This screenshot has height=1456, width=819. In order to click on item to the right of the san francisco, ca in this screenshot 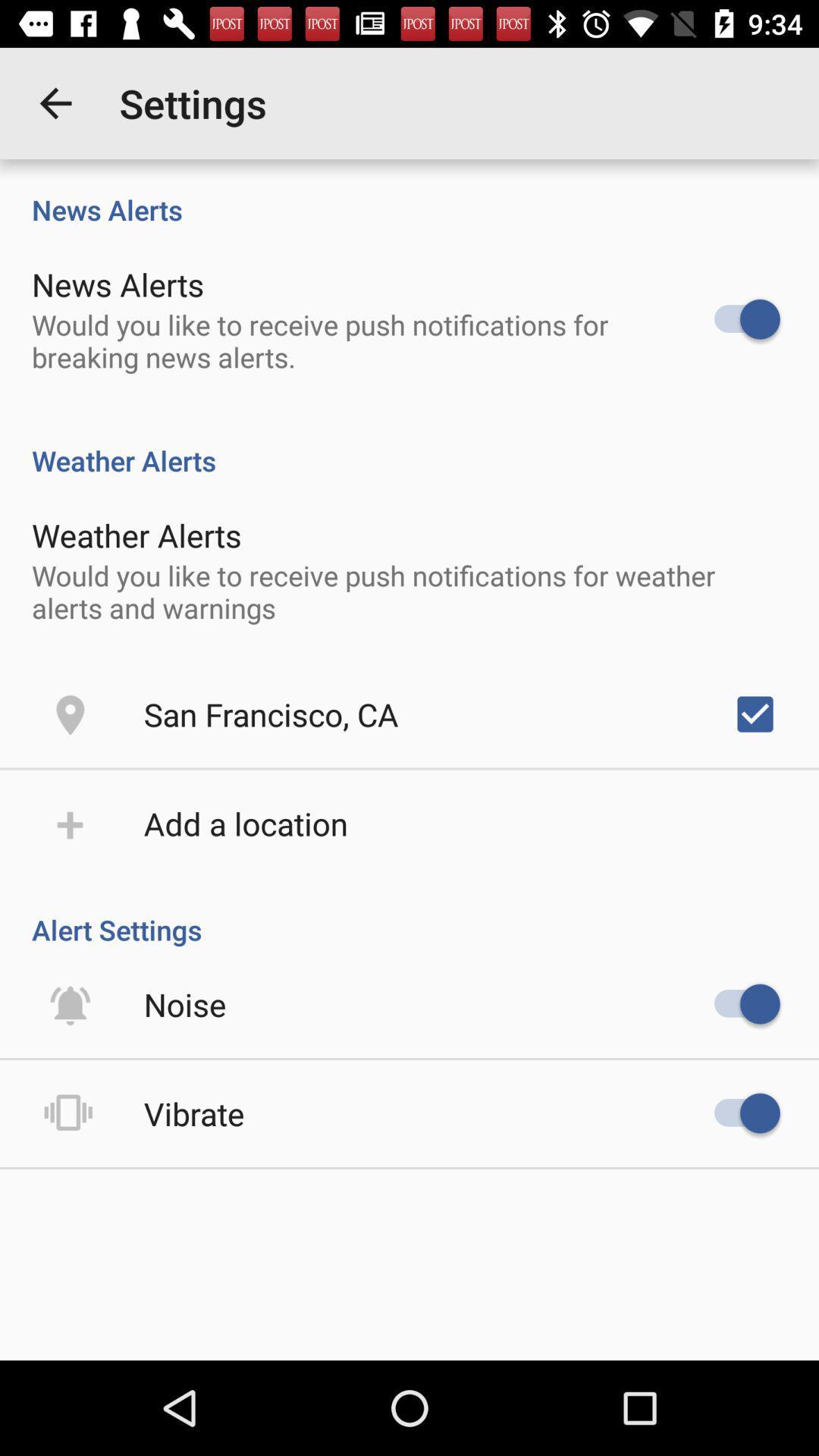, I will do `click(755, 713)`.